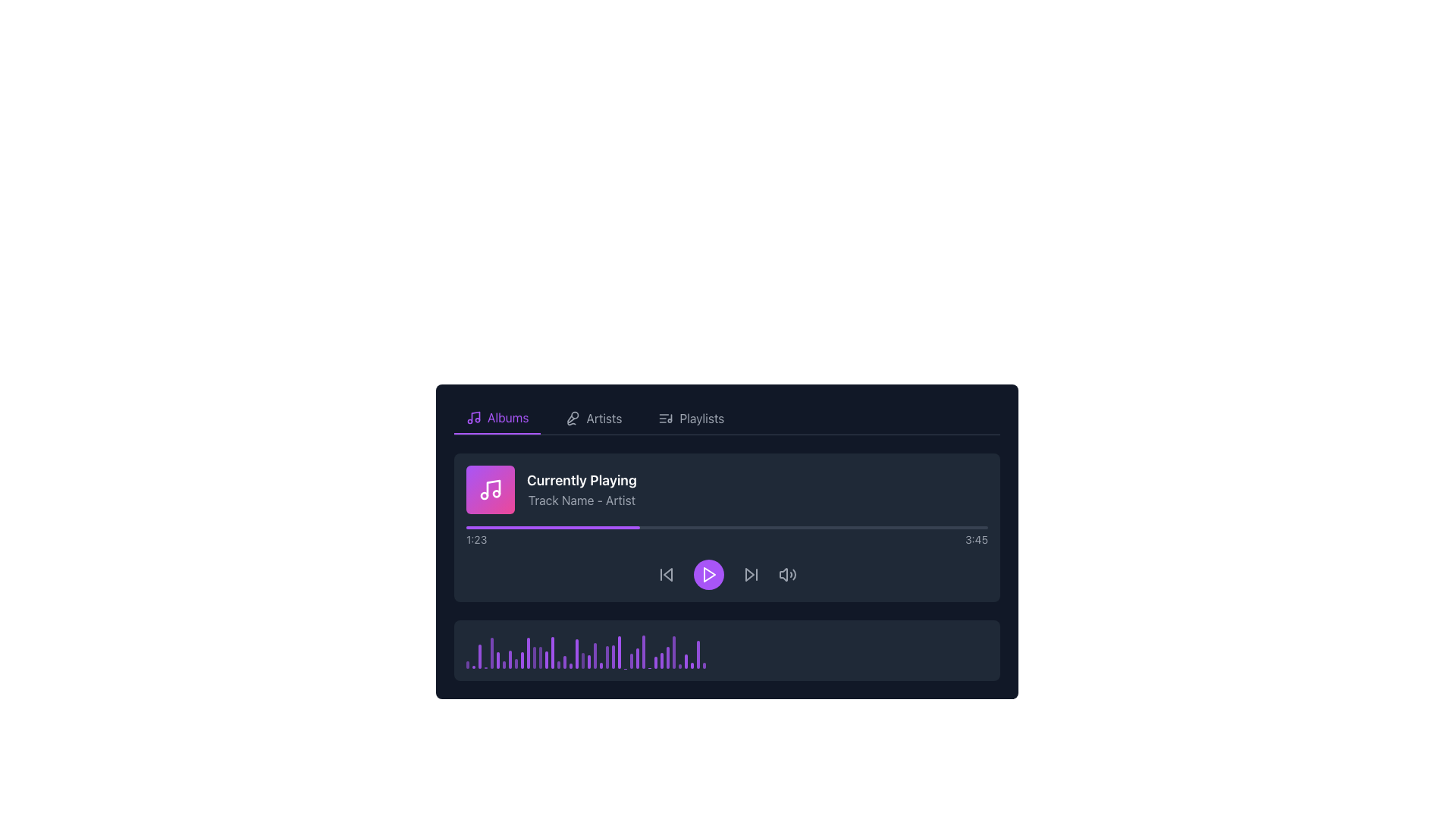 The image size is (1456, 819). What do you see at coordinates (613, 656) in the screenshot?
I see `the purple vertical progress bar segment, which is the 25th bar from the left in the audio visualization display at the bottom of the media player interface` at bounding box center [613, 656].